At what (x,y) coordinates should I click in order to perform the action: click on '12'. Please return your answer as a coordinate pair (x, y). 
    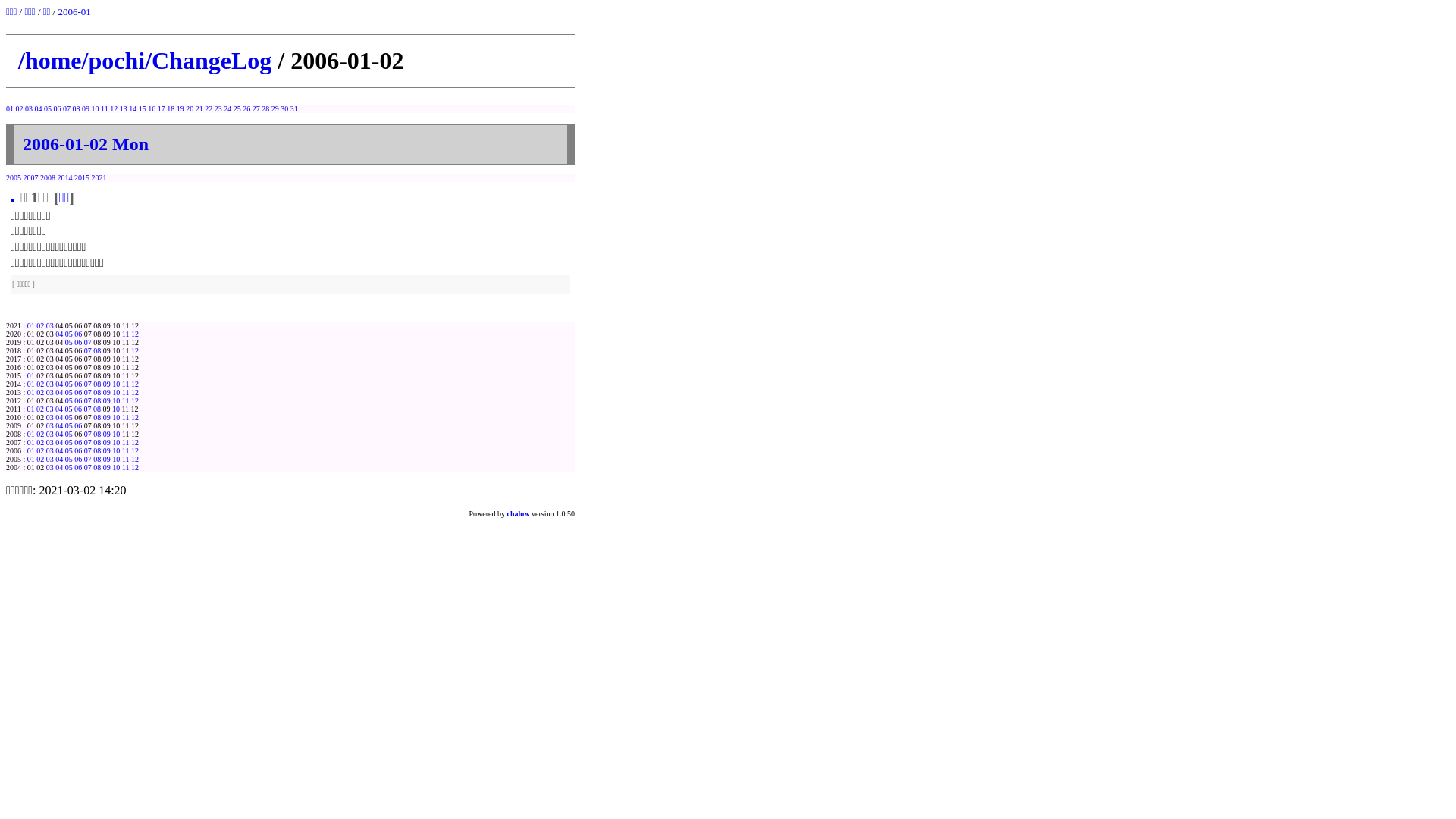
    Looking at the image, I should click on (134, 466).